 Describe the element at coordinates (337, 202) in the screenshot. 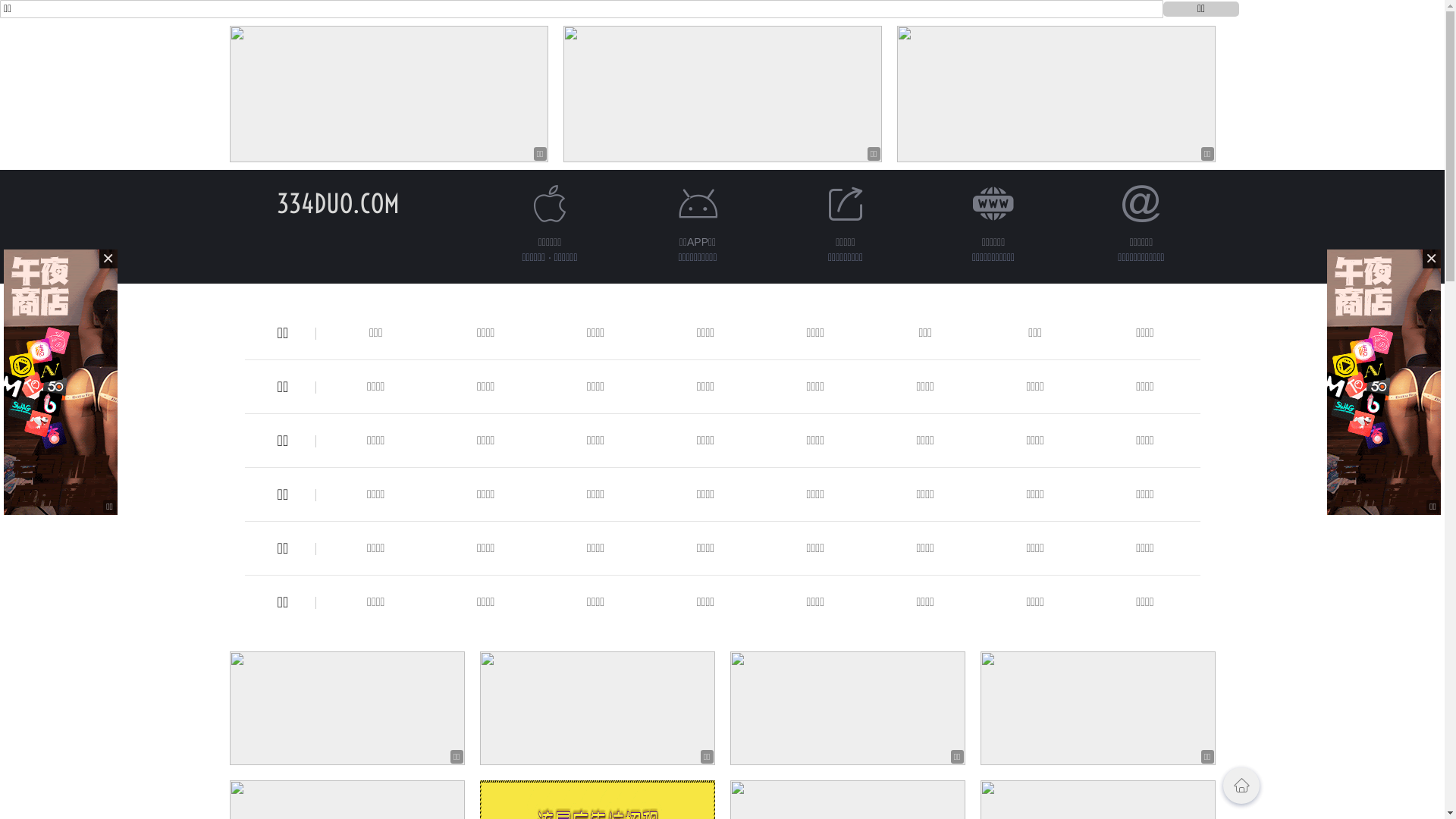

I see `'334DUO.COM'` at that location.